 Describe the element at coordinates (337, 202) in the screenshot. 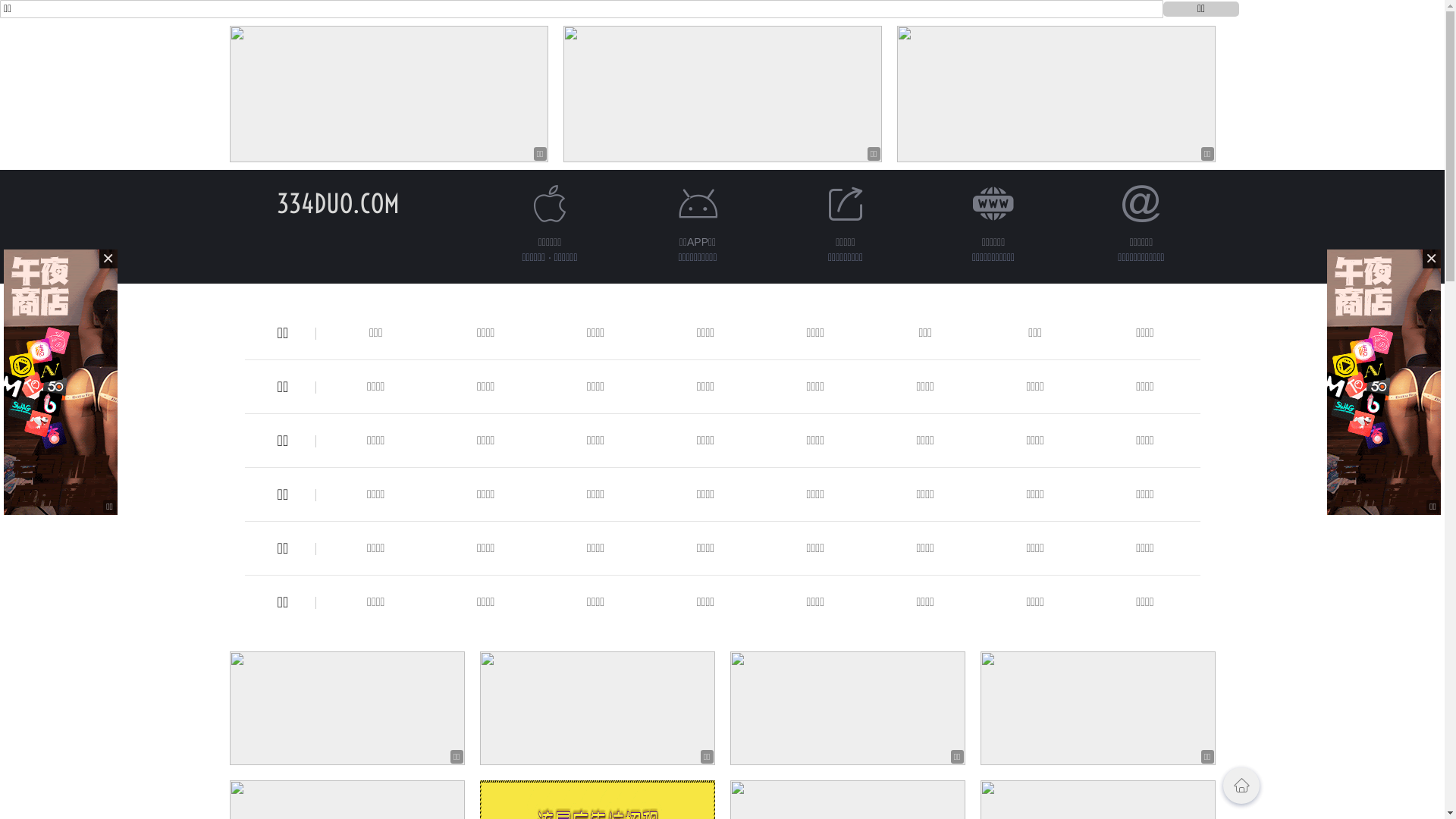

I see `'334DUO.COM'` at that location.